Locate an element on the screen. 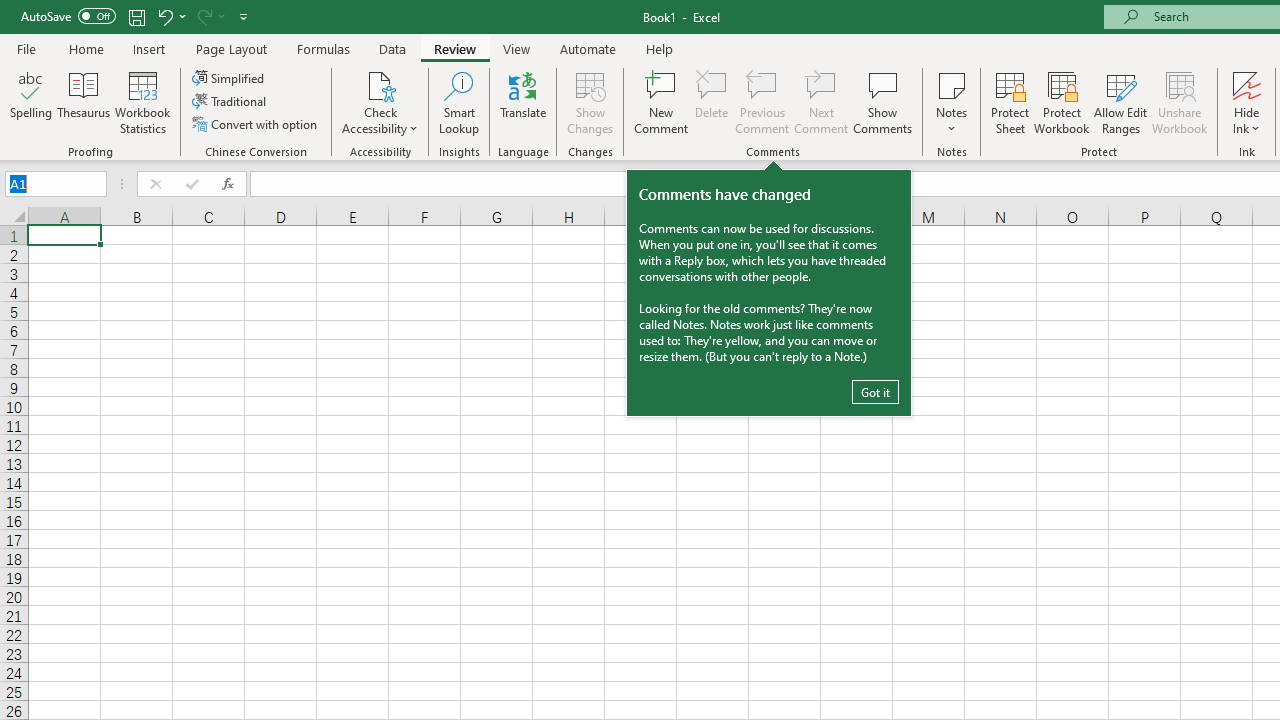  'Translate' is located at coordinates (523, 103).